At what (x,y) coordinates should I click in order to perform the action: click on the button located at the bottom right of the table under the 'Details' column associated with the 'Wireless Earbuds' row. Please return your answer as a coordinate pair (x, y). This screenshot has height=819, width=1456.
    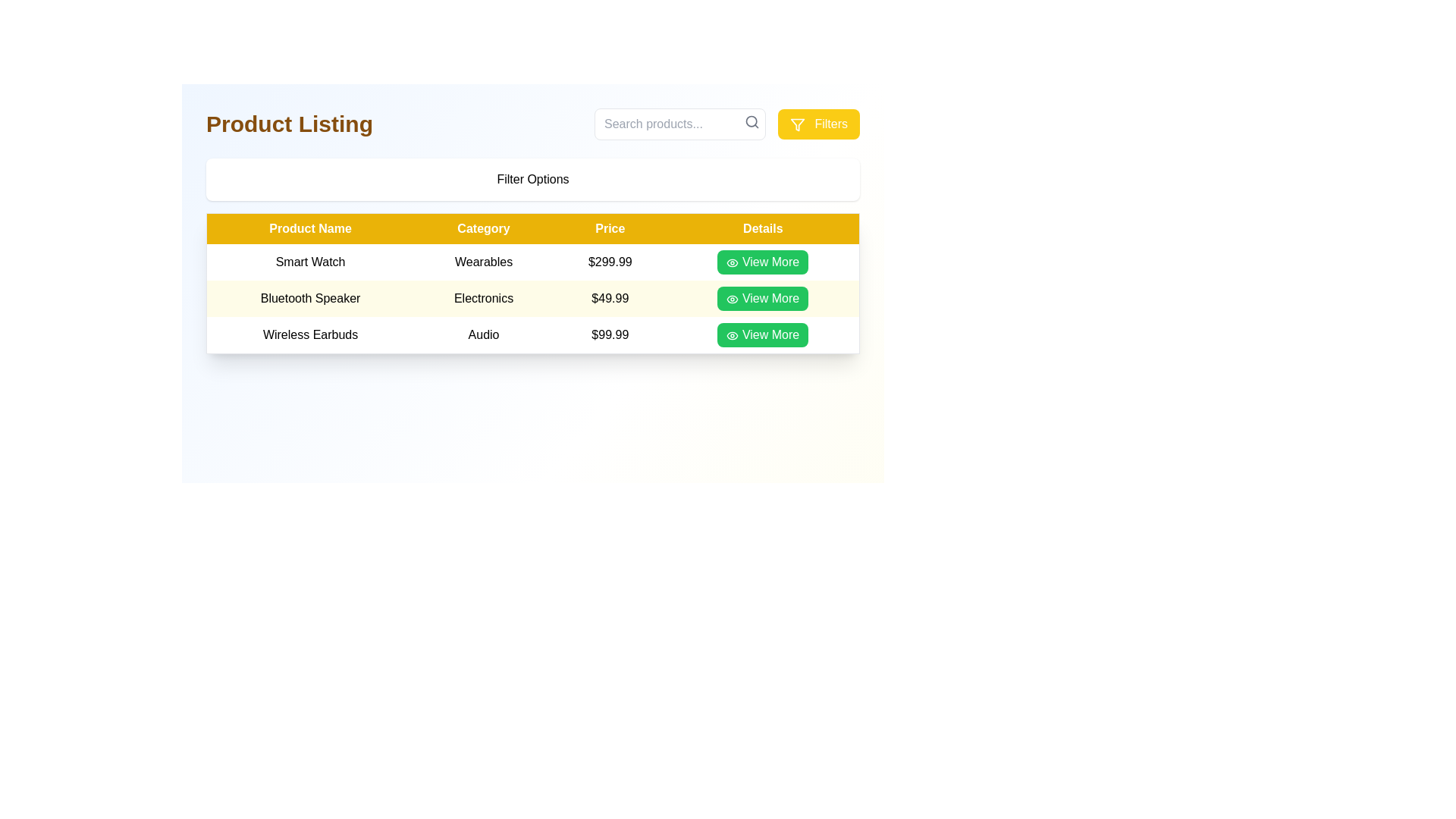
    Looking at the image, I should click on (763, 334).